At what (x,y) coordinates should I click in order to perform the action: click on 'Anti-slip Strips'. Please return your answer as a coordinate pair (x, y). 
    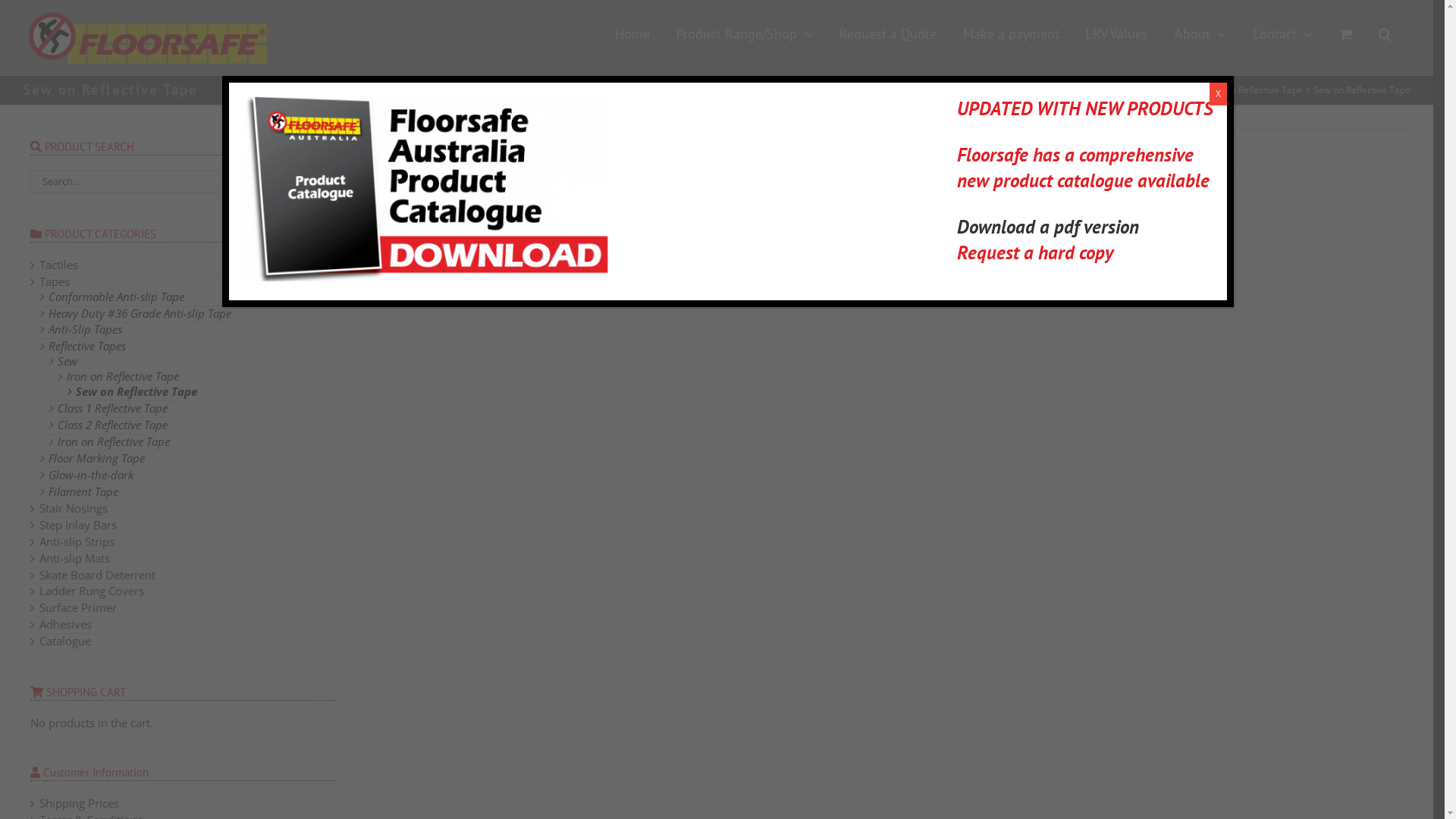
    Looking at the image, I should click on (76, 540).